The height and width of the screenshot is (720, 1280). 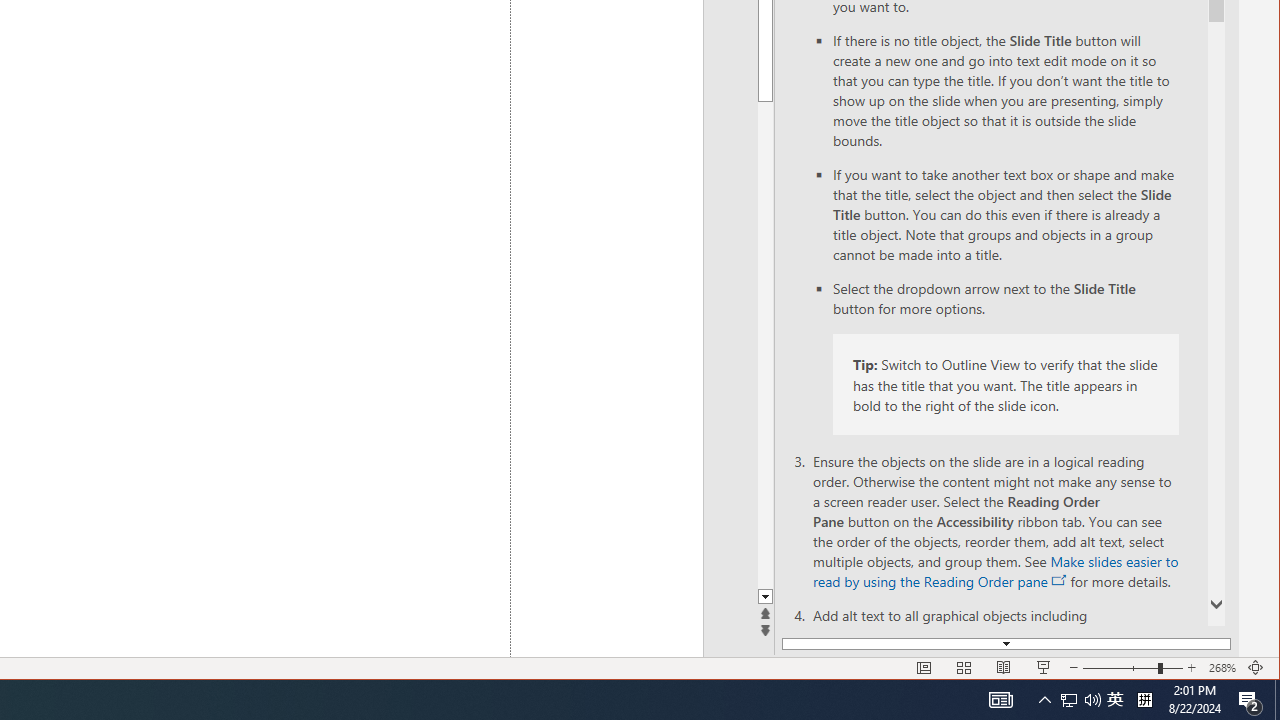 I want to click on 'Zoom 268%', so click(x=1221, y=668).